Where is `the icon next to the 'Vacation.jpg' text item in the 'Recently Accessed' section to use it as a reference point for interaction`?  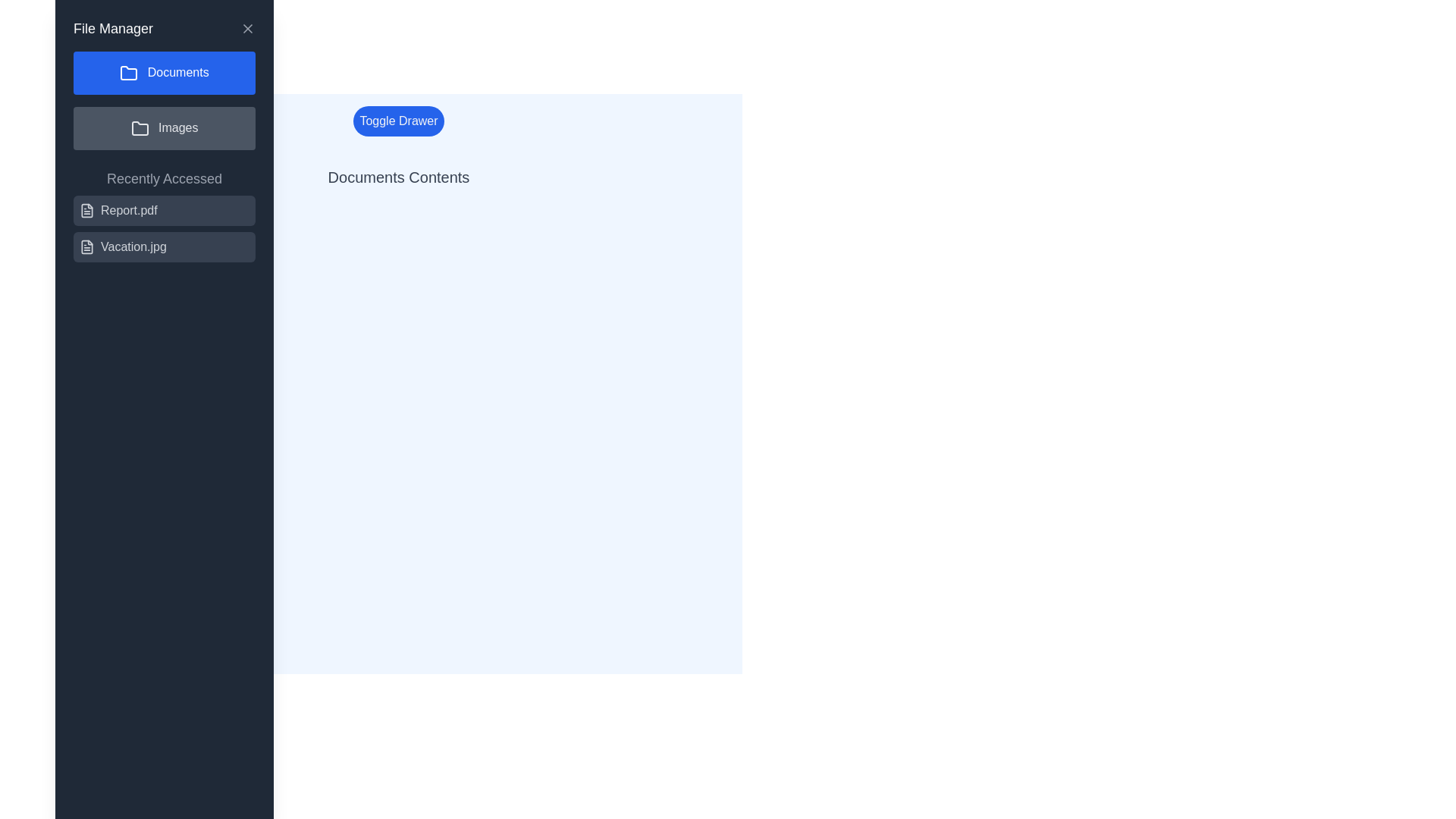
the icon next to the 'Vacation.jpg' text item in the 'Recently Accessed' section to use it as a reference point for interaction is located at coordinates (86, 245).